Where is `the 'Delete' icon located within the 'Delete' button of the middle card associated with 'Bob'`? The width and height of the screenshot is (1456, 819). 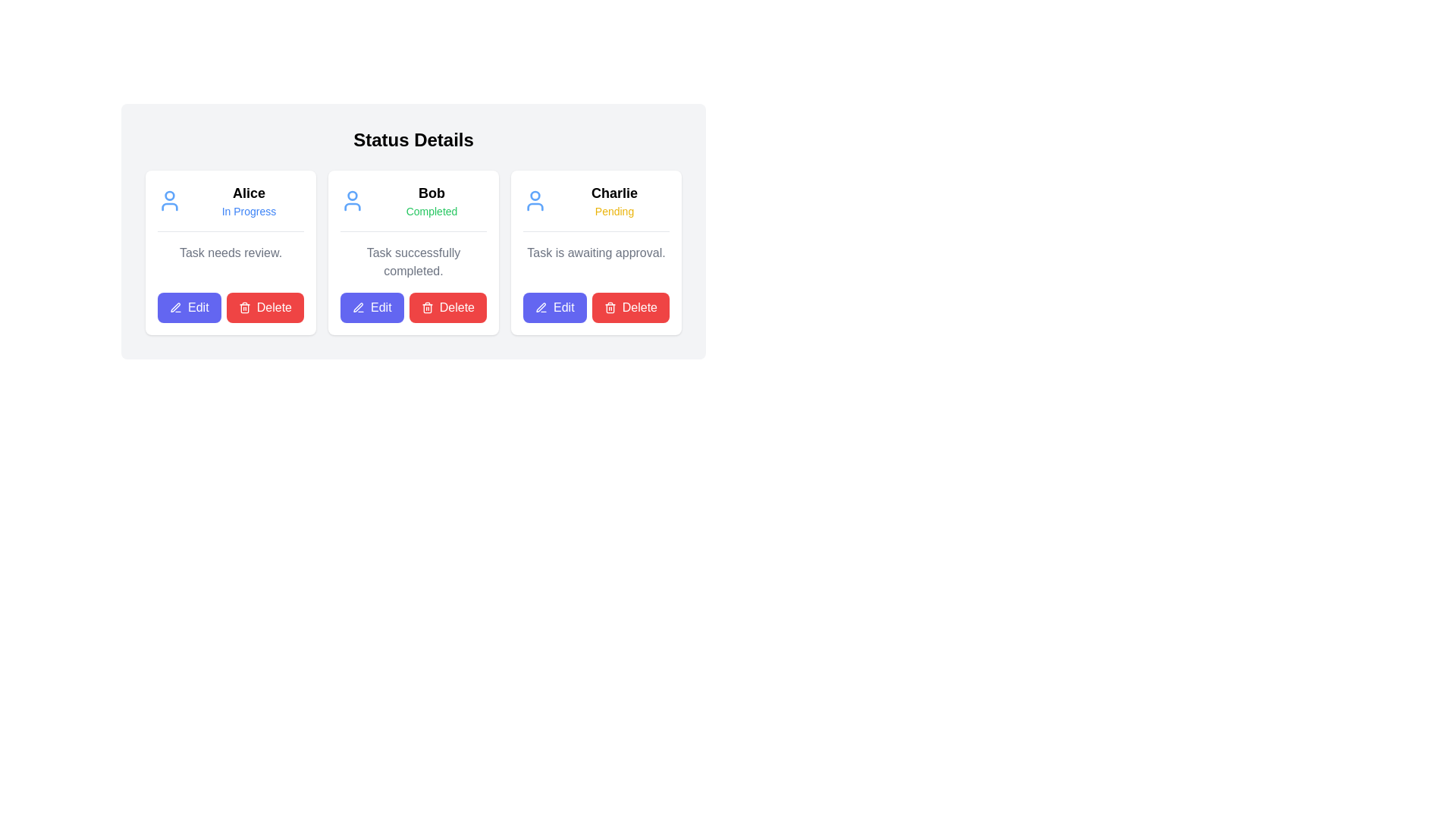 the 'Delete' icon located within the 'Delete' button of the middle card associated with 'Bob' is located at coordinates (244, 307).